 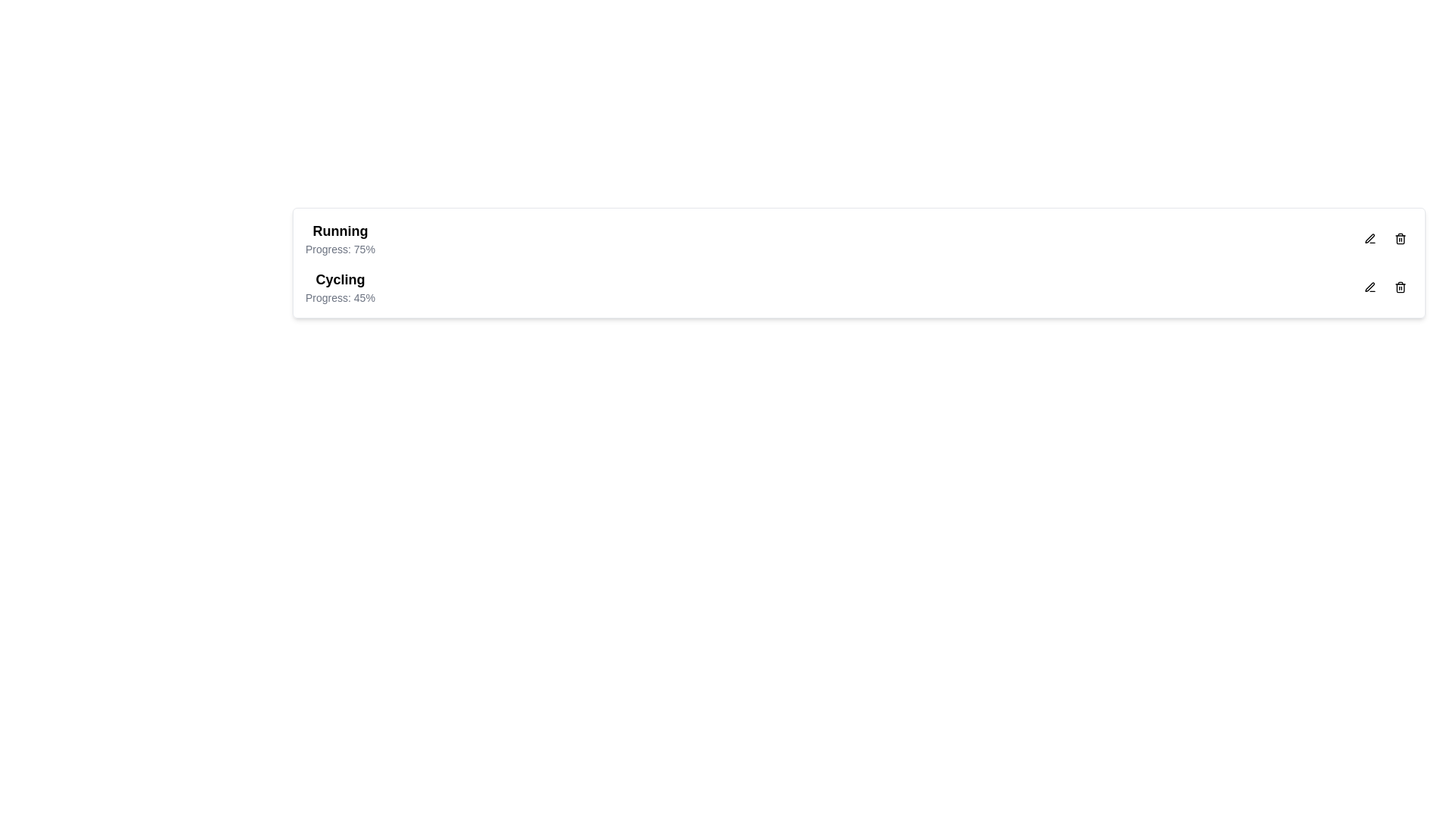 I want to click on the delete Icon Button located at the far right of the row containing the text 'Cycling' to initiate a delete action, so click(x=1400, y=287).